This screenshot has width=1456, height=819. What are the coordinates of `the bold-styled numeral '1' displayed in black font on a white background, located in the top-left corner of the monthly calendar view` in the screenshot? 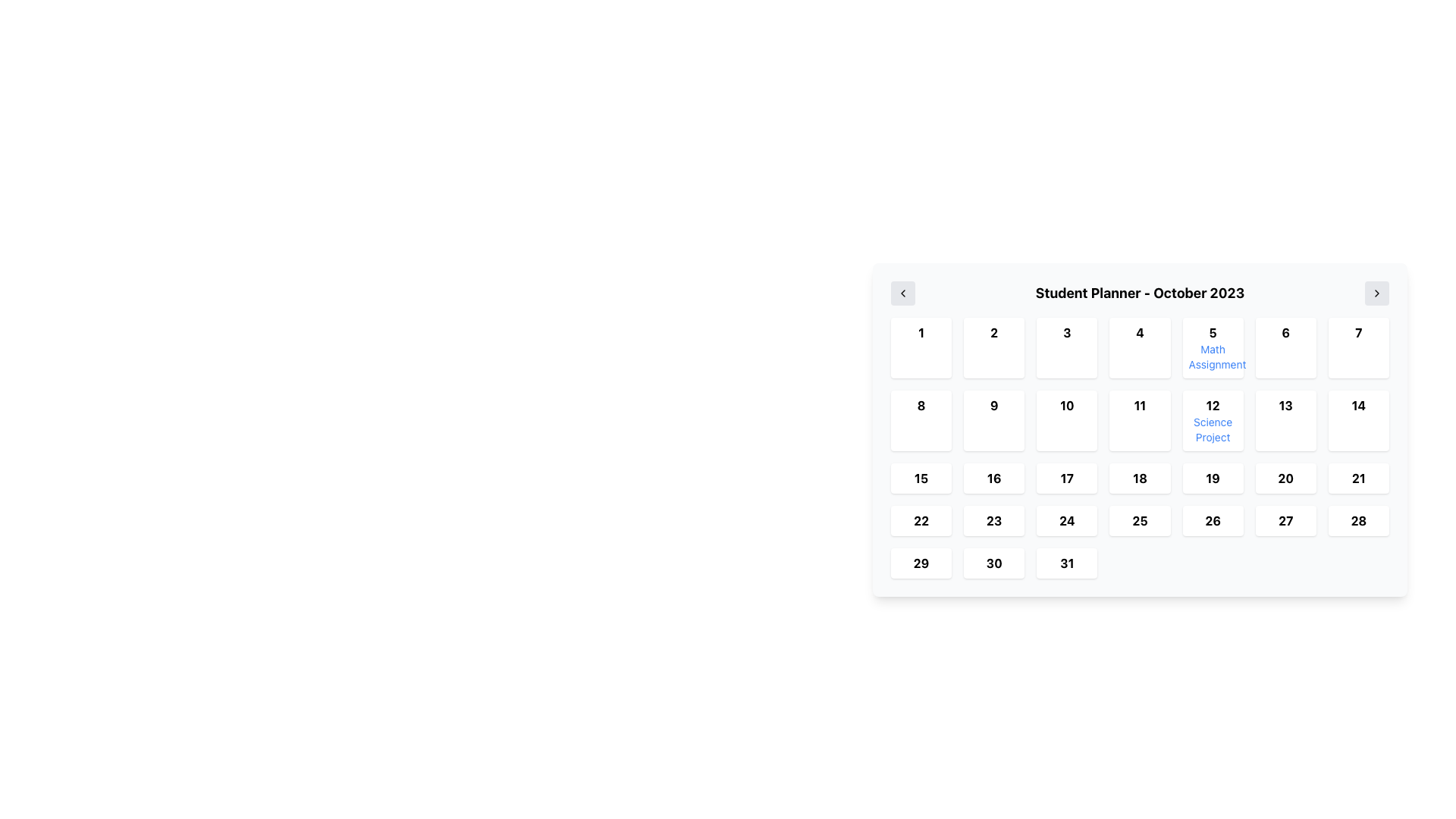 It's located at (920, 332).